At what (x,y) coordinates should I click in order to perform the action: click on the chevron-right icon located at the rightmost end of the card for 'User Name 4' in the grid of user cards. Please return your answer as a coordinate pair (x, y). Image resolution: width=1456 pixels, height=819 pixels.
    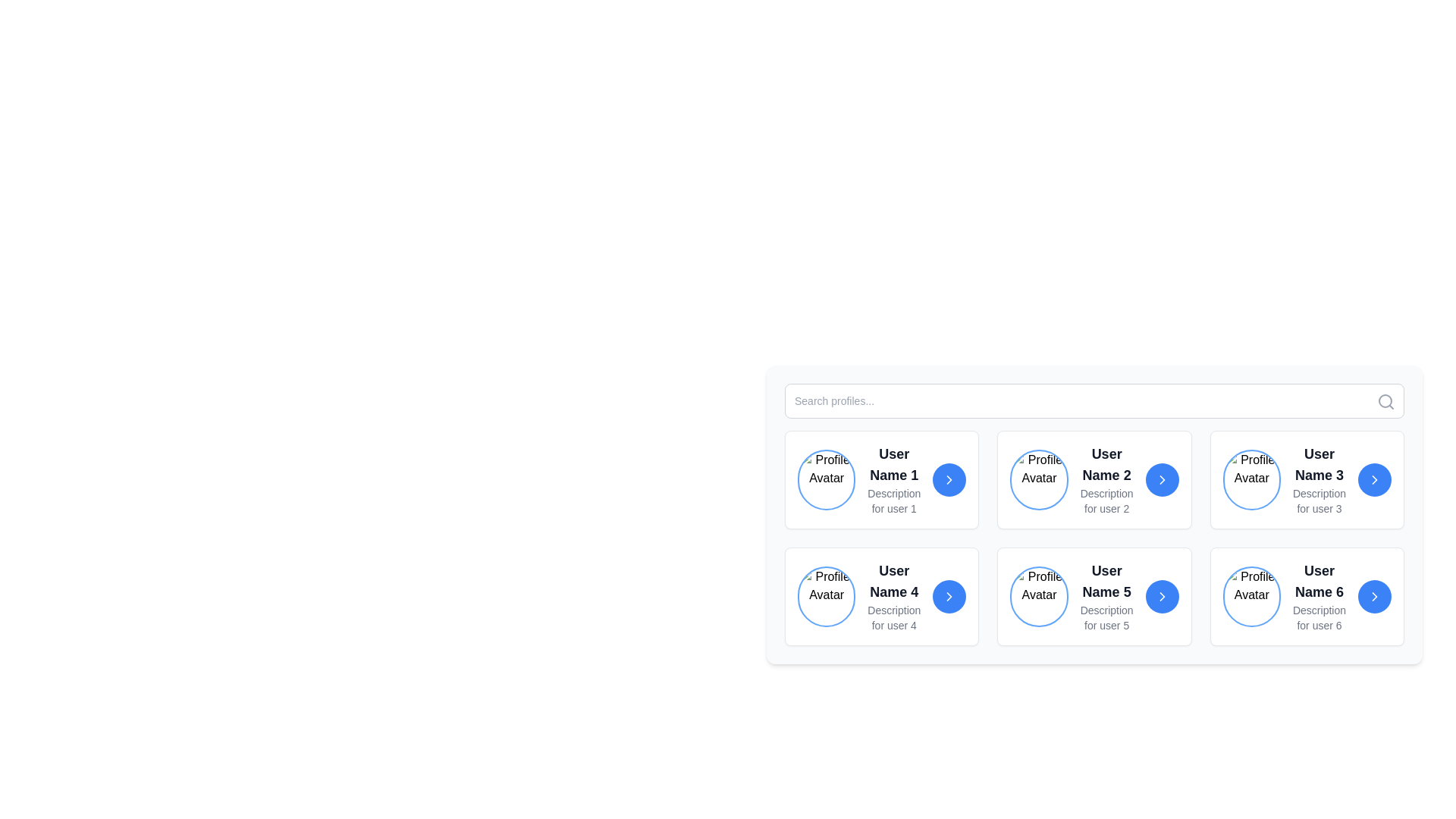
    Looking at the image, I should click on (949, 595).